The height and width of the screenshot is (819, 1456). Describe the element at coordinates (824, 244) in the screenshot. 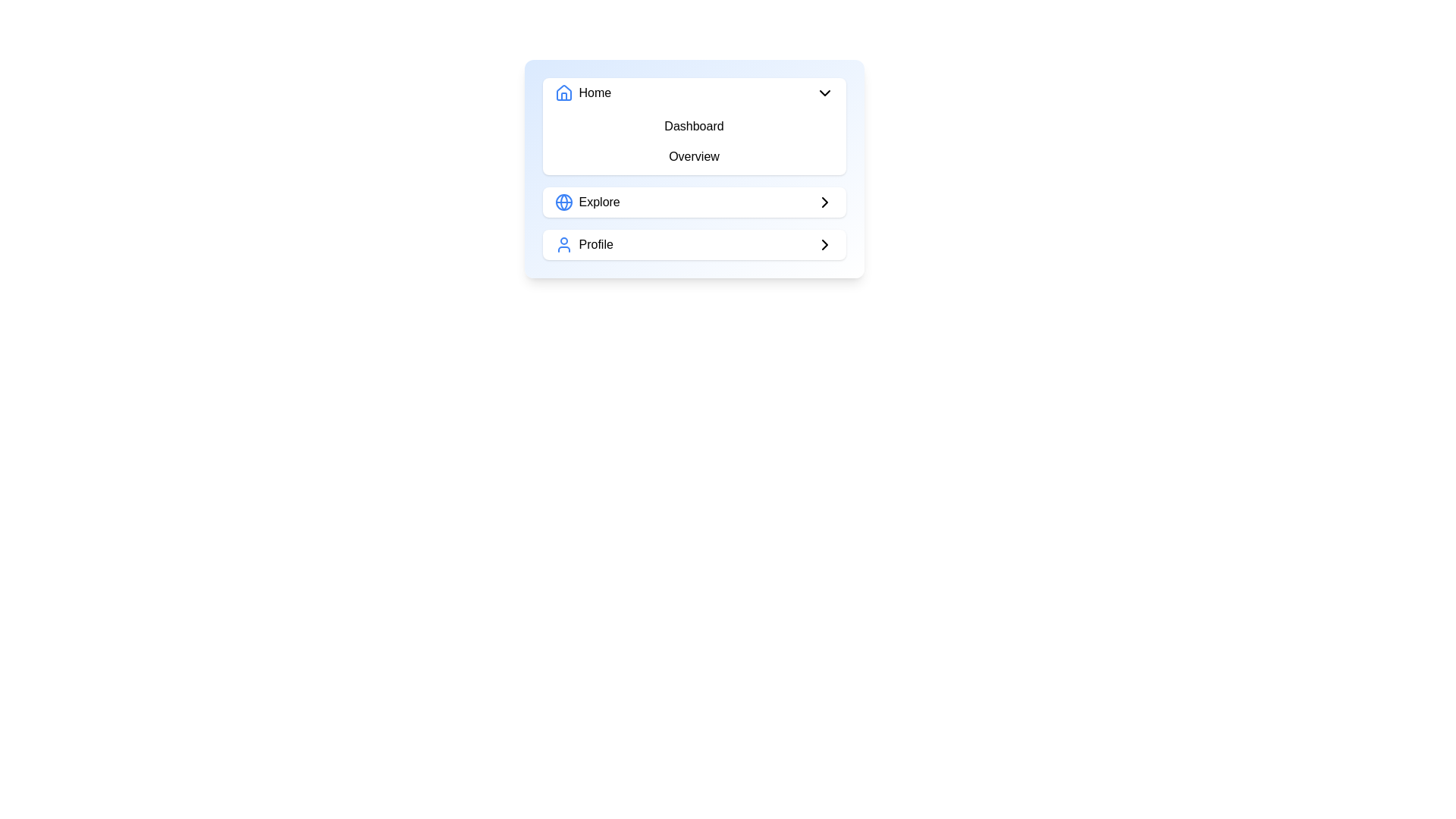

I see `the Chevron icon located to the right of the 'Profile' text` at that location.